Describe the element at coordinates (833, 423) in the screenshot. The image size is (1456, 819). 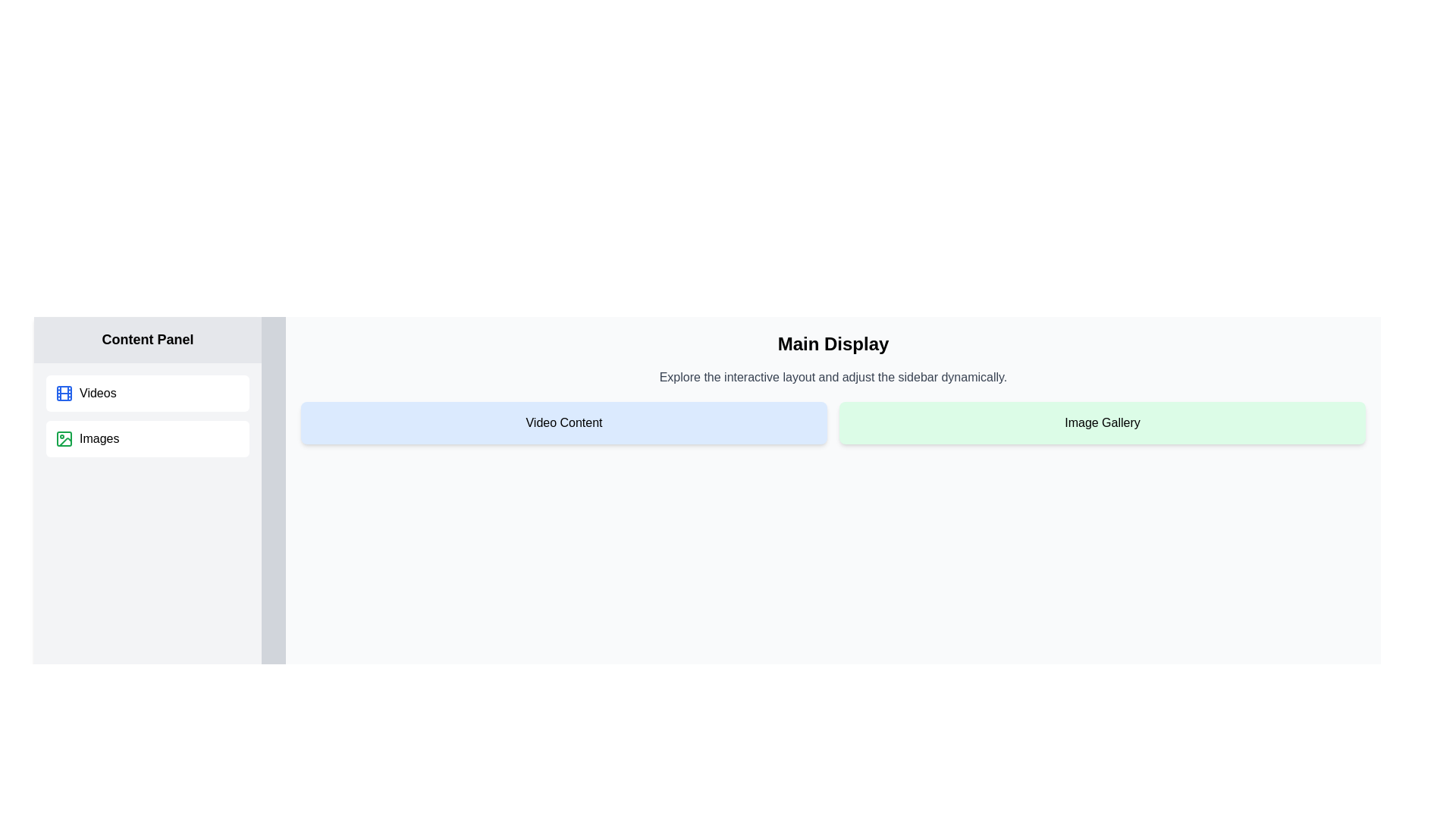
I see `the segmented selection component located under 'Main Display' and 'Explore the interactive layout and adjust the sidebar dynamically.'` at that location.